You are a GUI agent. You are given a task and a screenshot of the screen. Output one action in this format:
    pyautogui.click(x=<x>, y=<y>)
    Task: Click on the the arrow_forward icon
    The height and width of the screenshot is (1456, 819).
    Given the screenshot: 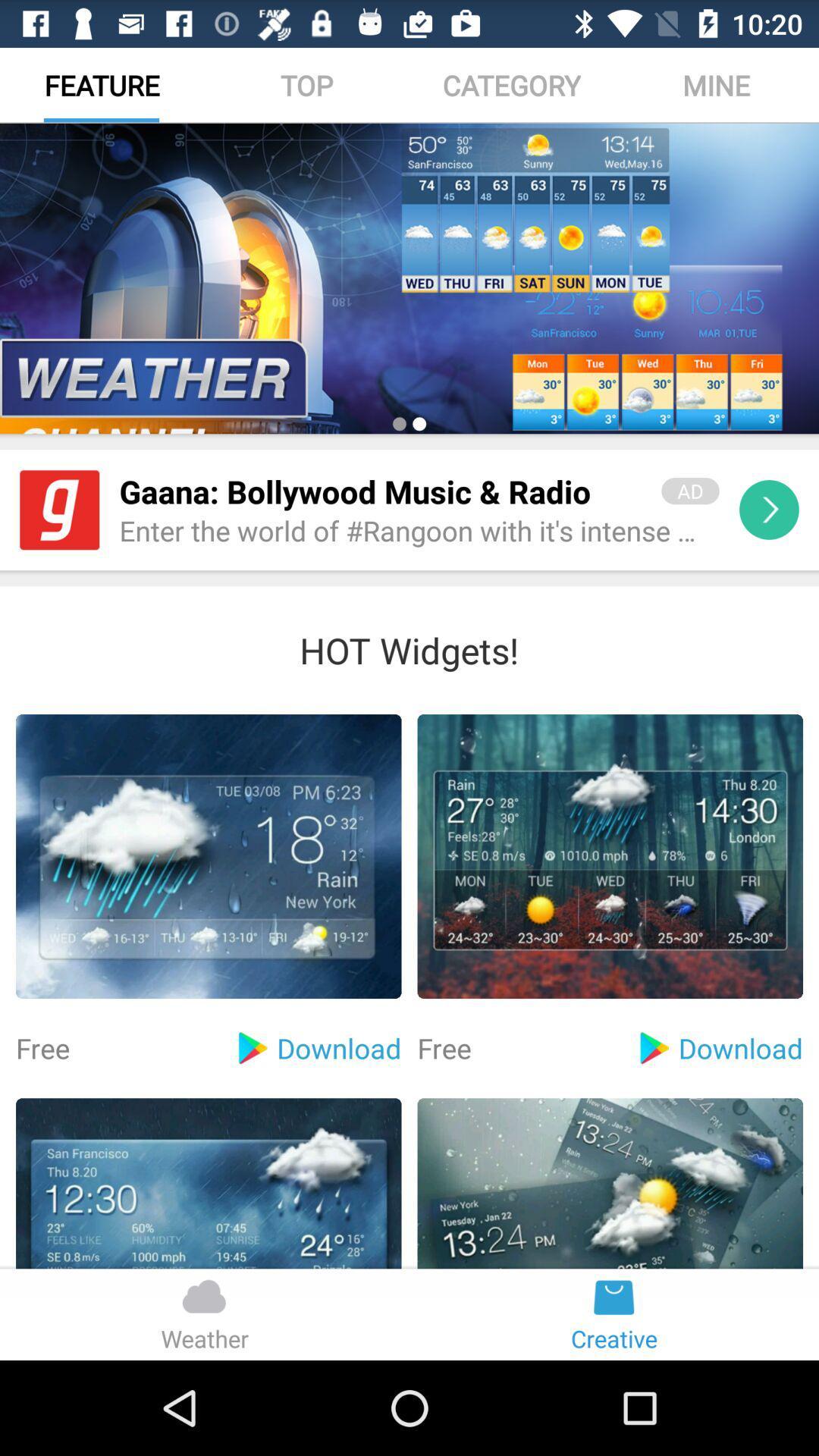 What is the action you would take?
    pyautogui.click(x=769, y=545)
    